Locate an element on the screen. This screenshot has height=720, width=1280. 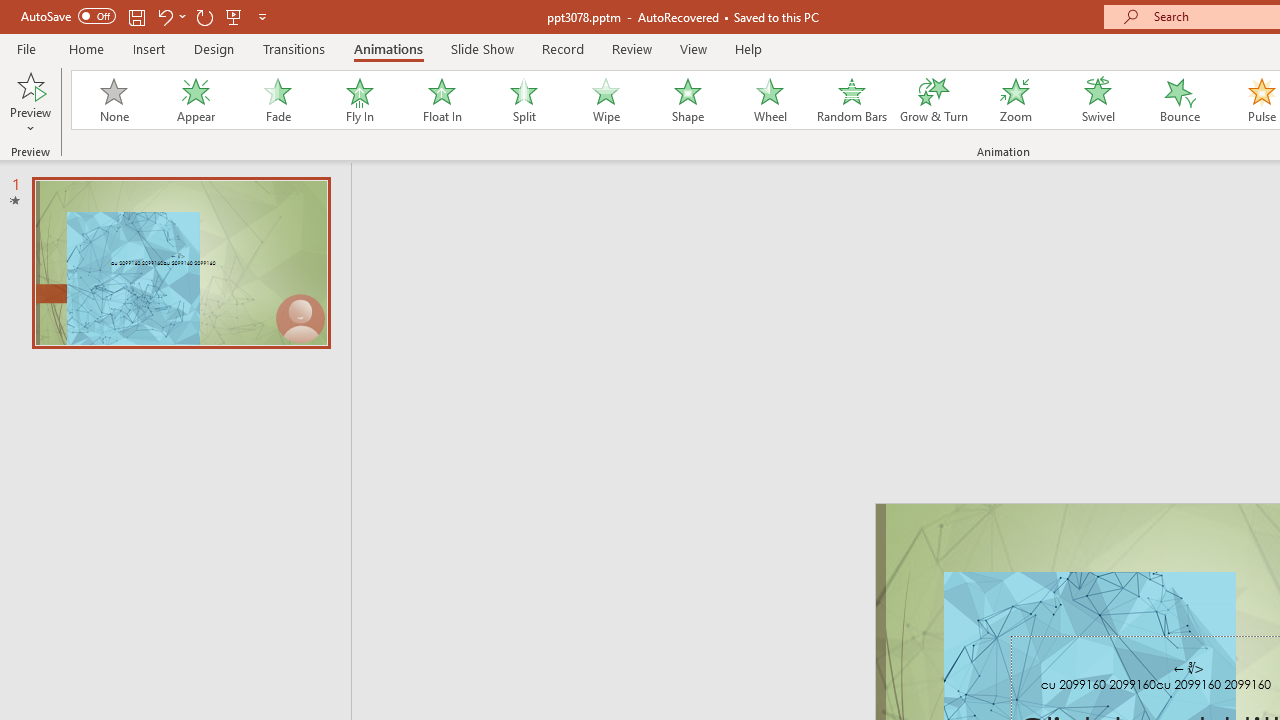
'Appear' is located at coordinates (195, 100).